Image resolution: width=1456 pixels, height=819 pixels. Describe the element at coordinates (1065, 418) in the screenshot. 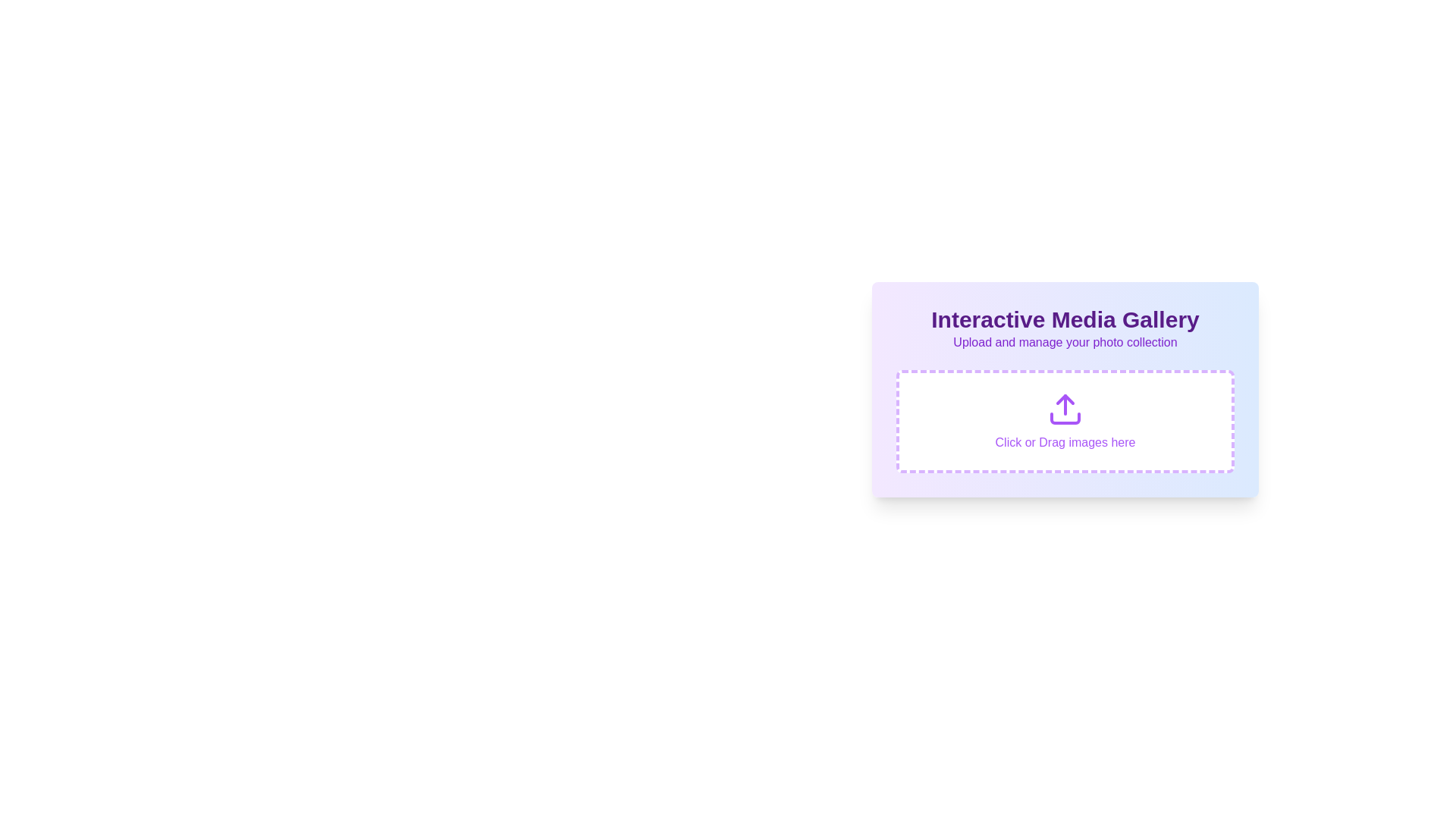

I see `the bottom part of the upload icon, which is located centrally within the dashed-bordered rectangle labeled 'Click or Drag images here' under 'Interactive Media Gallery'` at that location.